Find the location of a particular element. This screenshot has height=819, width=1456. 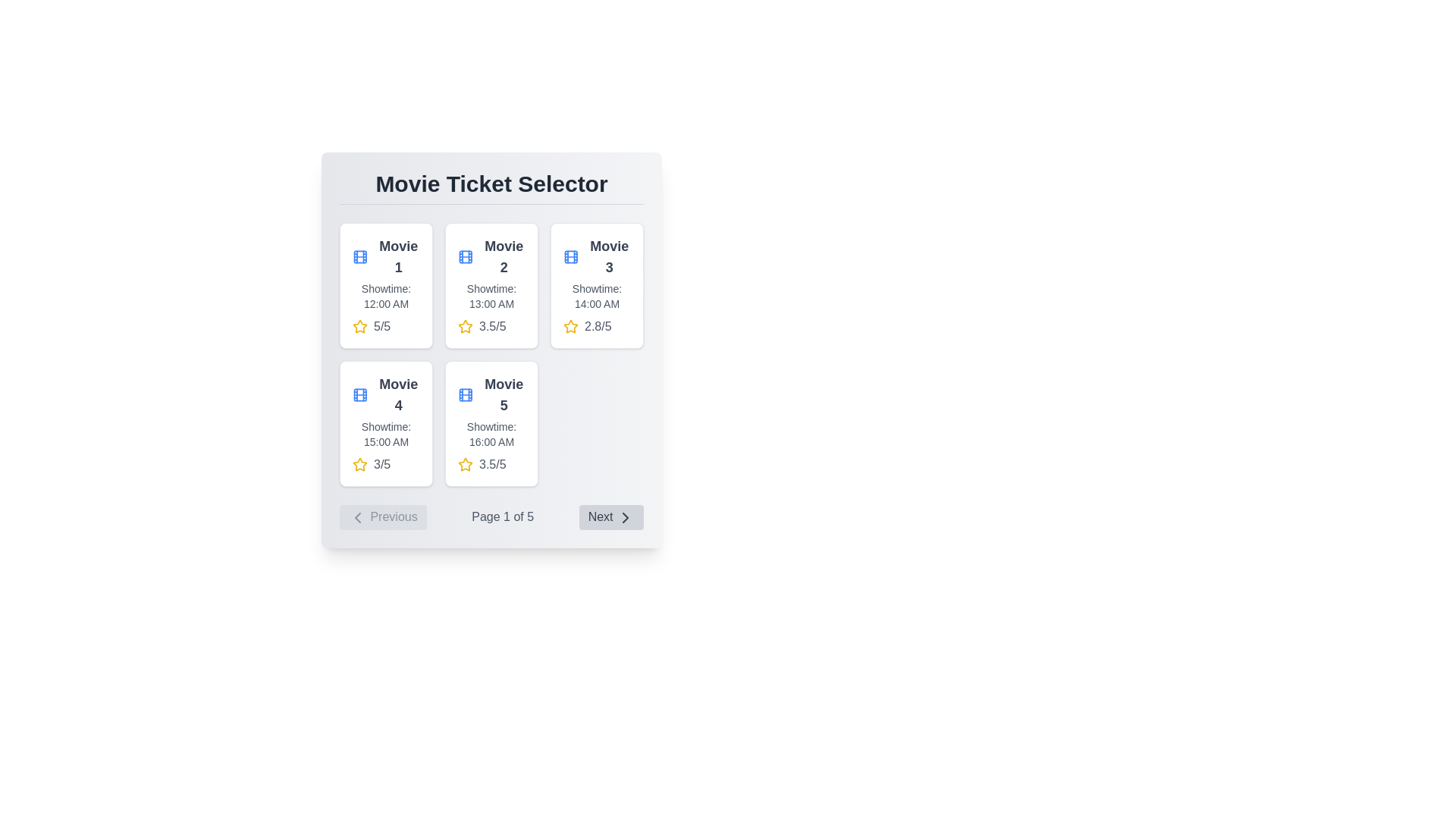

text content of the element displaying 'Movie 4' in bold gray font, located in the second row, first column of the grid layout is located at coordinates (398, 394).